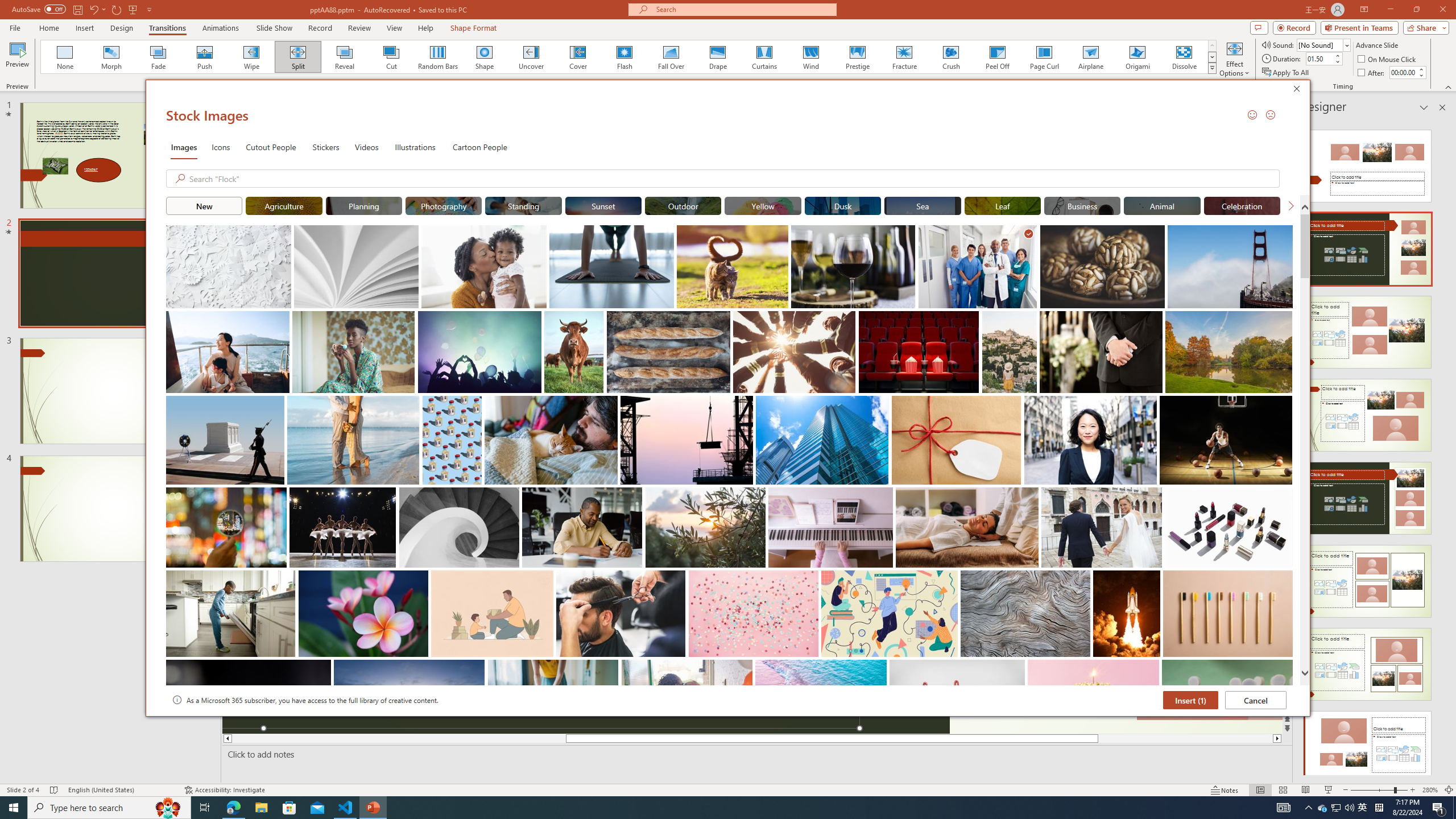  What do you see at coordinates (251, 56) in the screenshot?
I see `'Wipe'` at bounding box center [251, 56].